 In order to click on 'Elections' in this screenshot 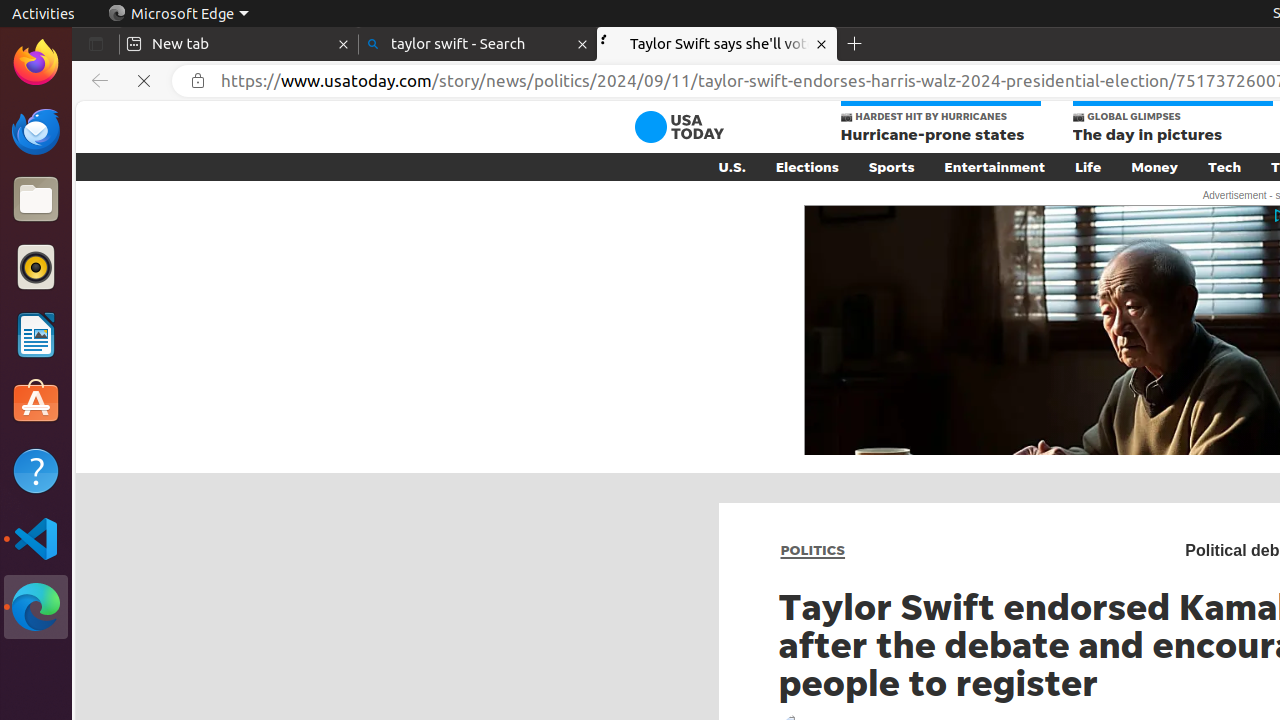, I will do `click(807, 165)`.